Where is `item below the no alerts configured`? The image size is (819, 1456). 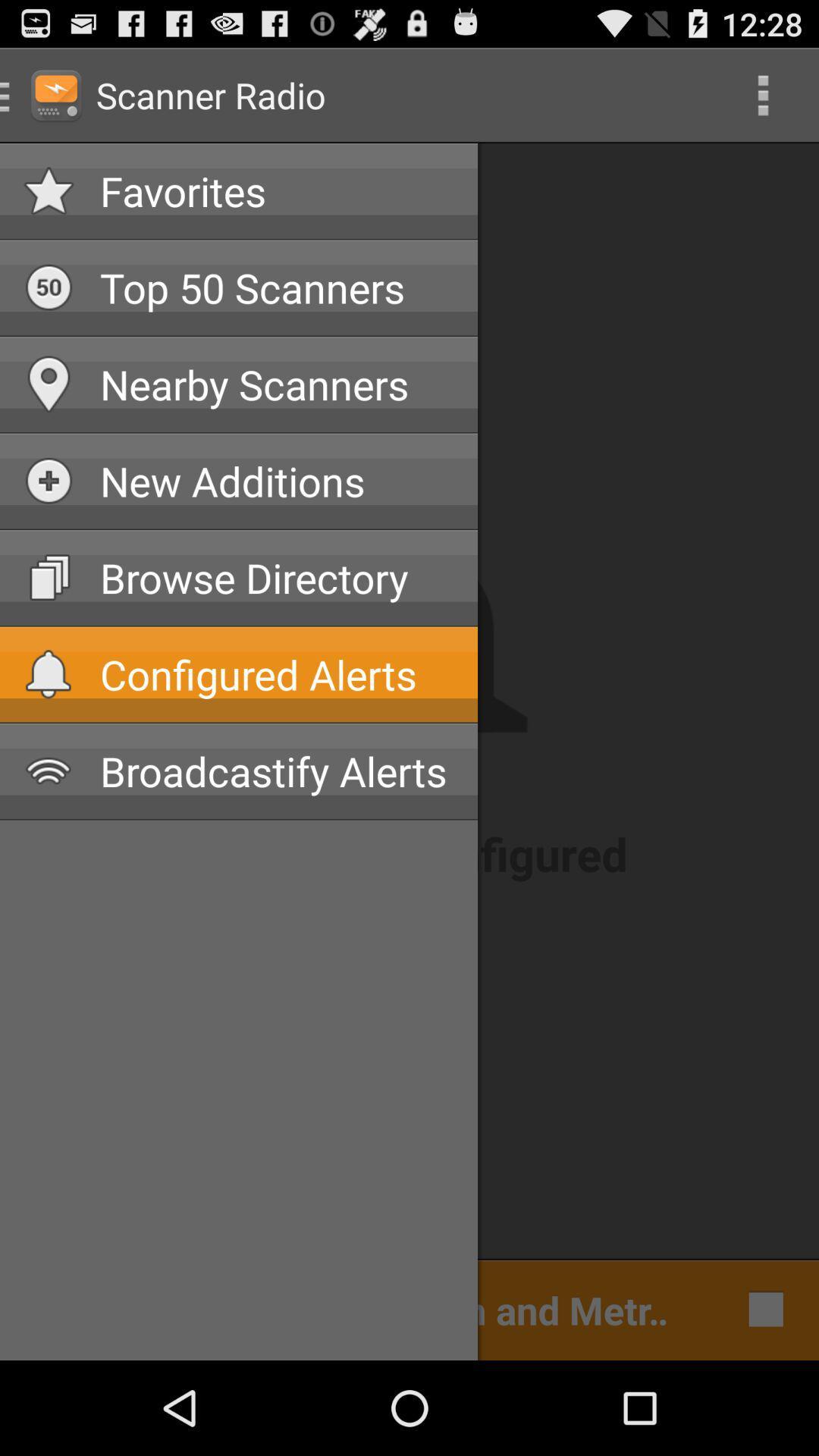 item below the no alerts configured is located at coordinates (353, 1308).